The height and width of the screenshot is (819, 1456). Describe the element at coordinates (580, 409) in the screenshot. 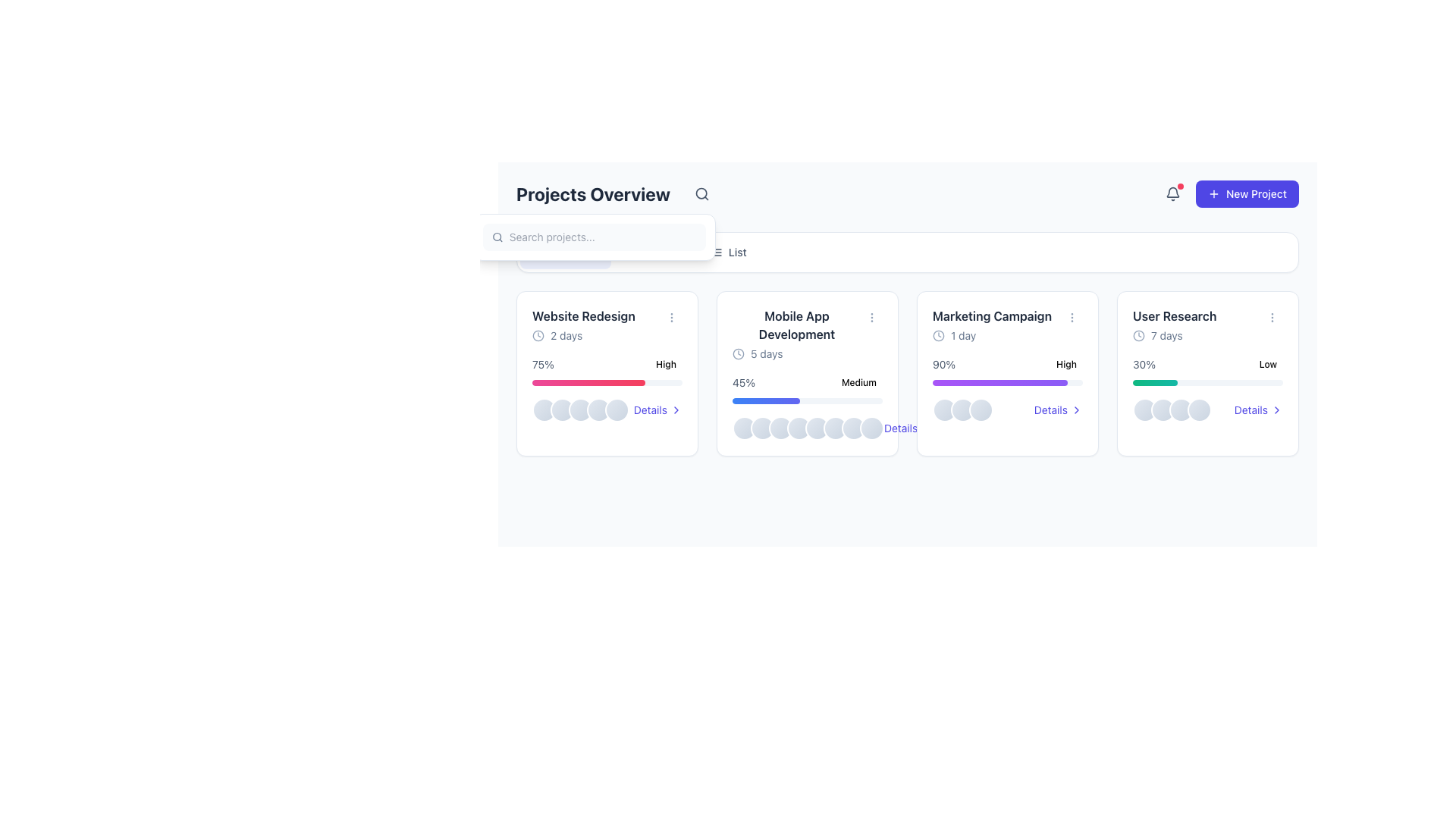

I see `the group of interactive rounded avatar placeholders, which are five circular shapes with a gradient background and white borders, located in the bottom section of the 'Website Redesign' card in the 'Projects Overview' interface` at that location.